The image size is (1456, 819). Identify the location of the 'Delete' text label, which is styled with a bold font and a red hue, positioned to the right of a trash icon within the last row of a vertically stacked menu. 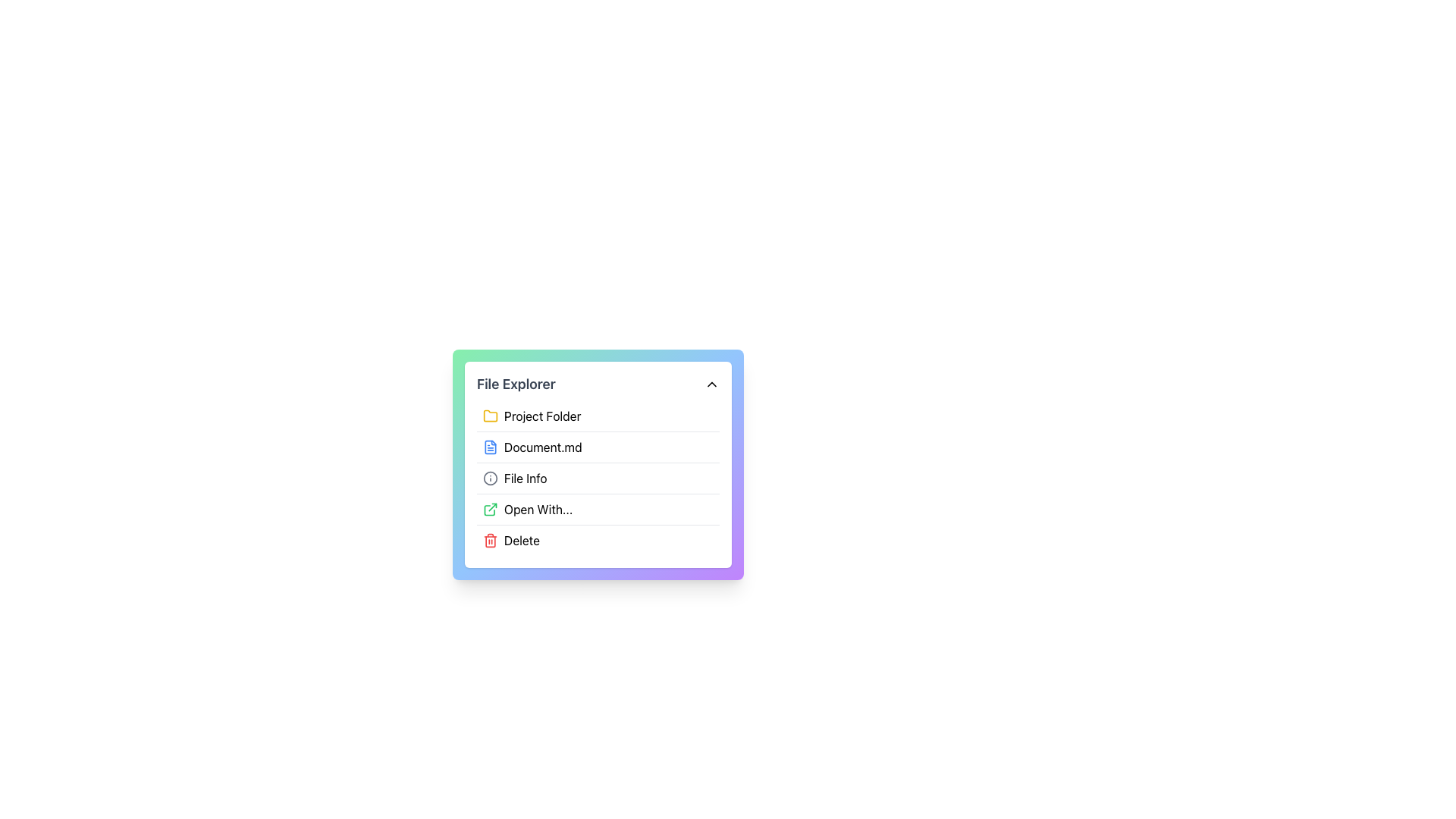
(522, 540).